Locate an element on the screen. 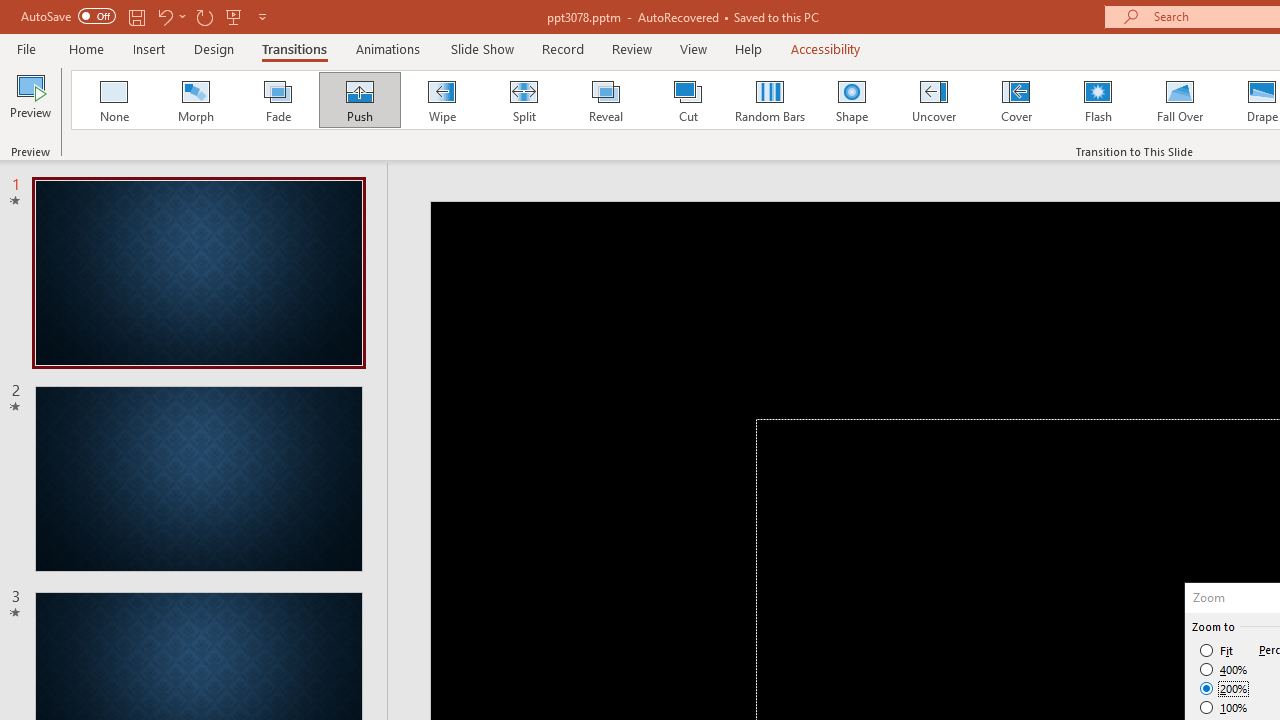 The image size is (1280, 720). 'Shape' is located at coordinates (852, 100).